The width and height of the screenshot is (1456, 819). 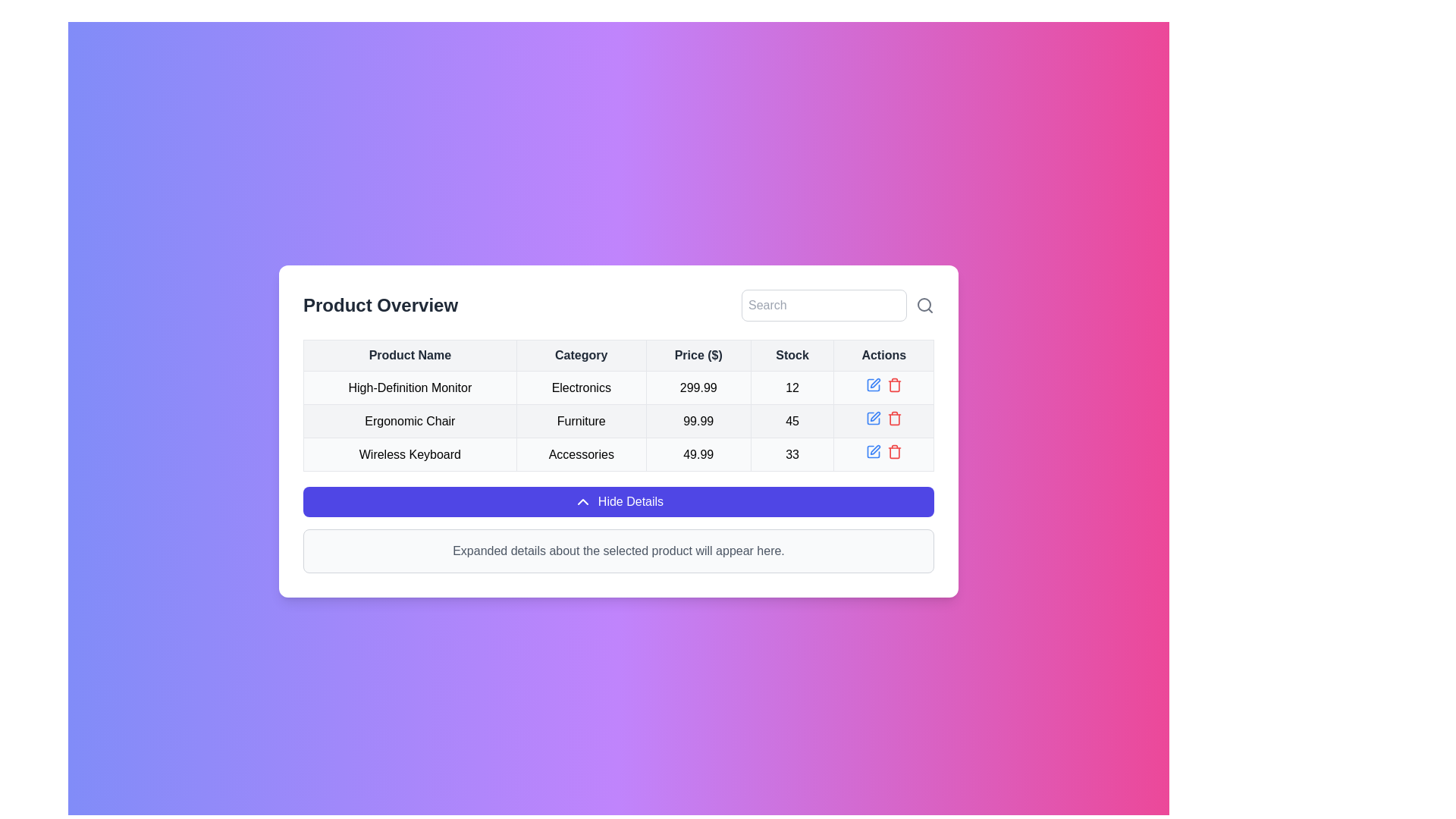 What do you see at coordinates (409, 421) in the screenshot?
I see `the text label displaying 'Ergonomic Chair' located in the second row of the table under the 'Product Name' column` at bounding box center [409, 421].